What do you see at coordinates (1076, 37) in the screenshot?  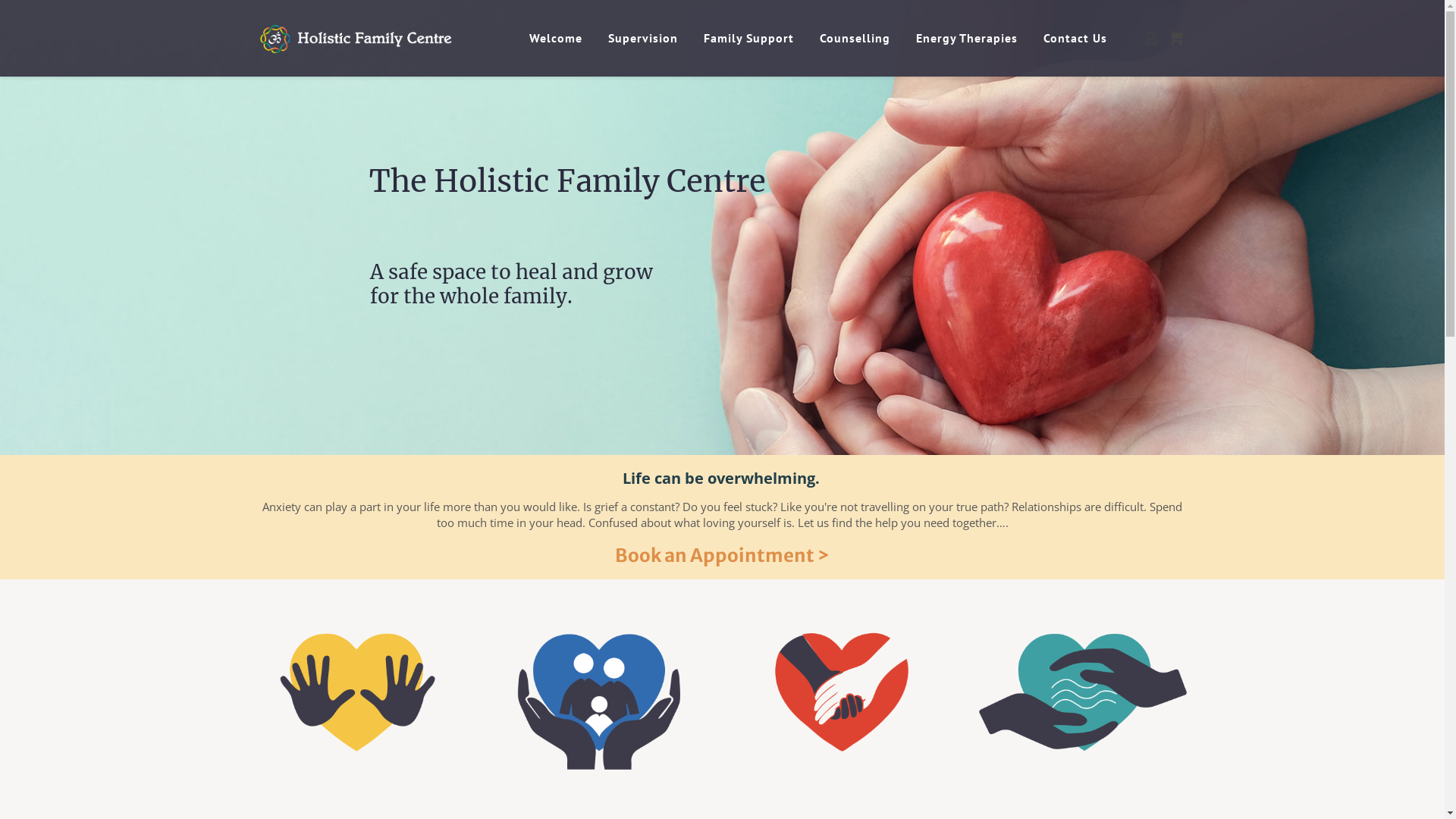 I see `'Contact Us'` at bounding box center [1076, 37].